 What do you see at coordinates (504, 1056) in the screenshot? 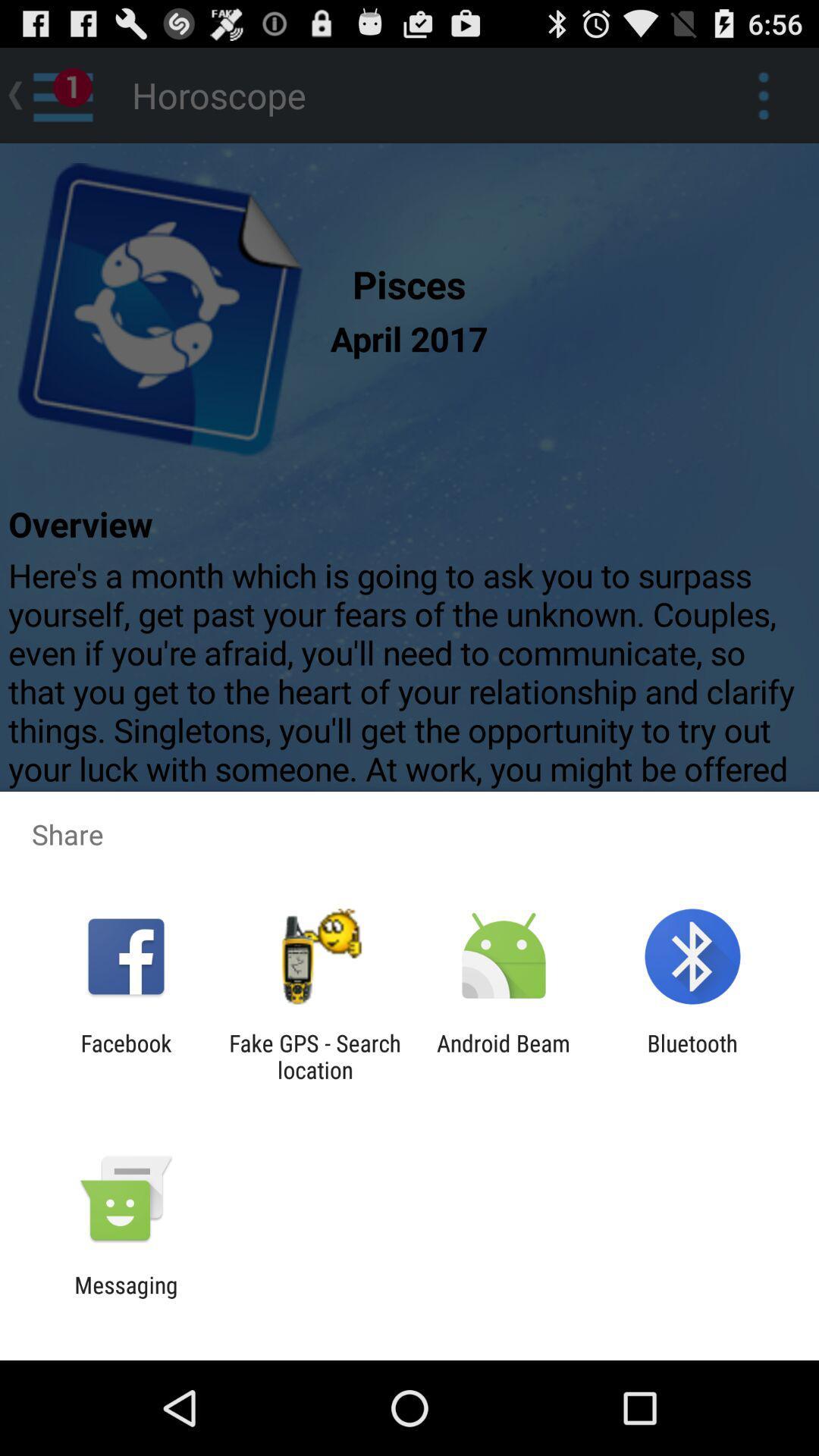
I see `app to the left of bluetooth item` at bounding box center [504, 1056].